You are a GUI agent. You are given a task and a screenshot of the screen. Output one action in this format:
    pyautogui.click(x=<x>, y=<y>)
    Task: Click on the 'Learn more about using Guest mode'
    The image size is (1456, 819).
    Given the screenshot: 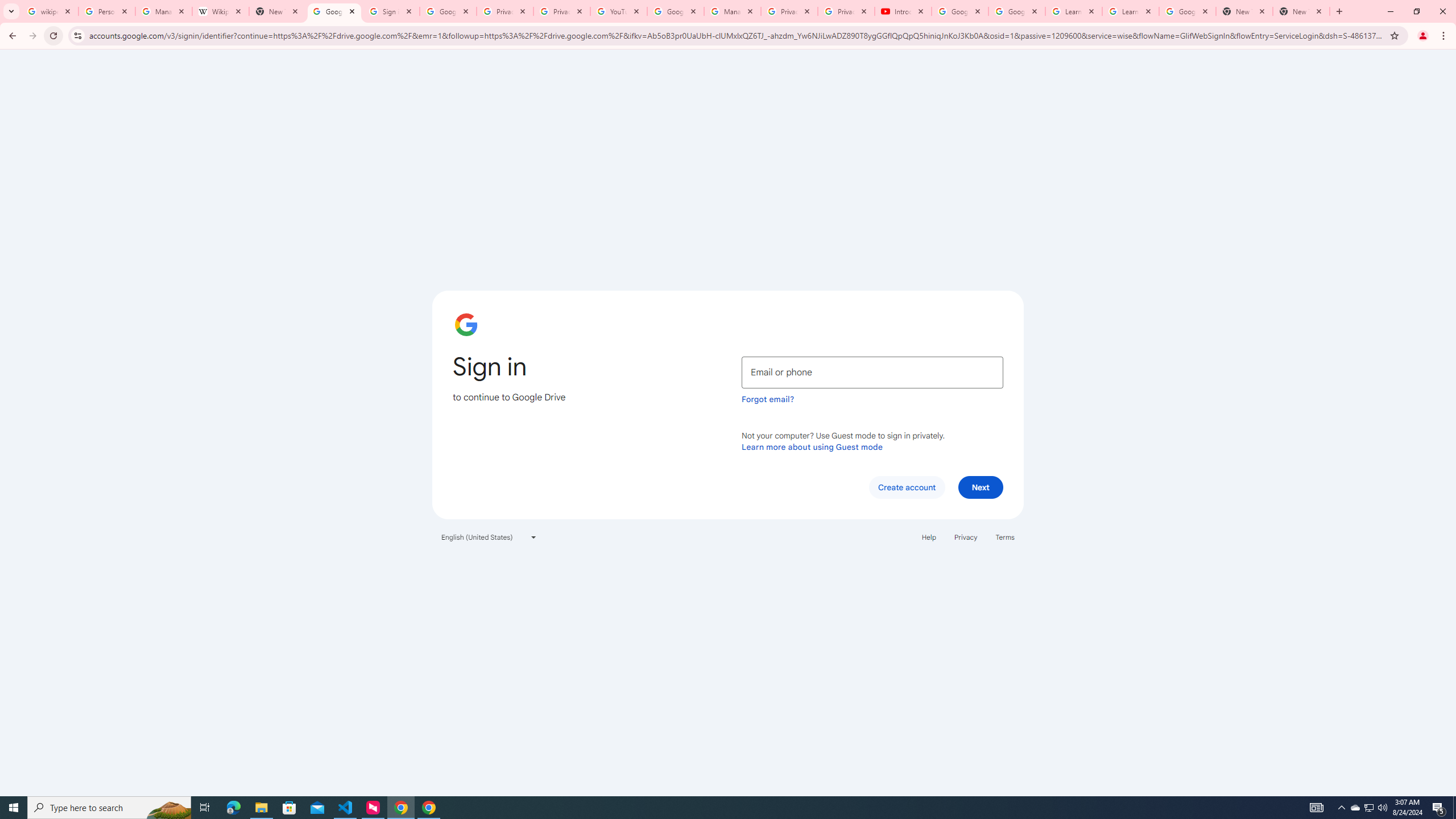 What is the action you would take?
    pyautogui.click(x=812, y=446)
    